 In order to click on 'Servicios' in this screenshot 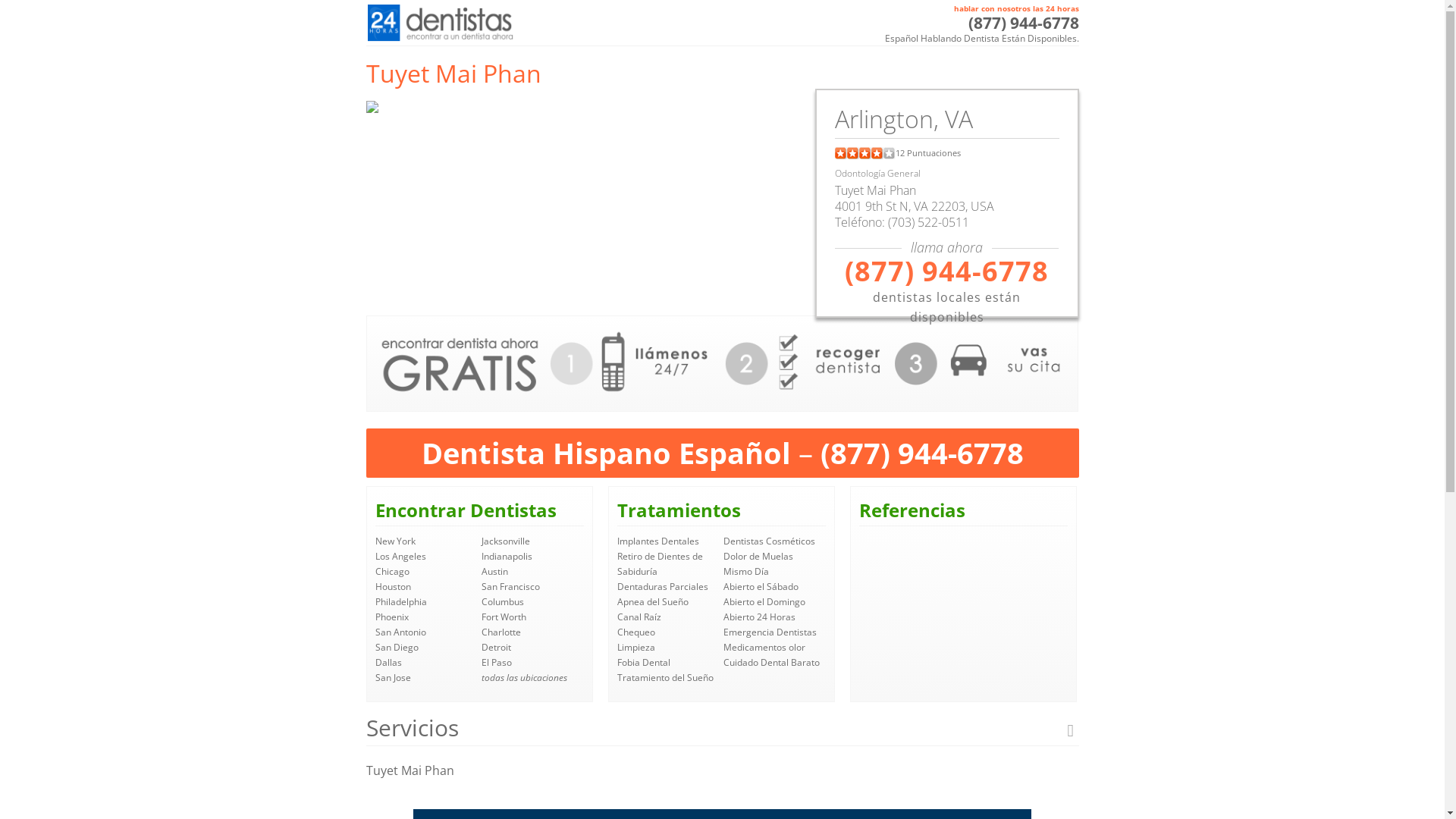, I will do `click(720, 727)`.